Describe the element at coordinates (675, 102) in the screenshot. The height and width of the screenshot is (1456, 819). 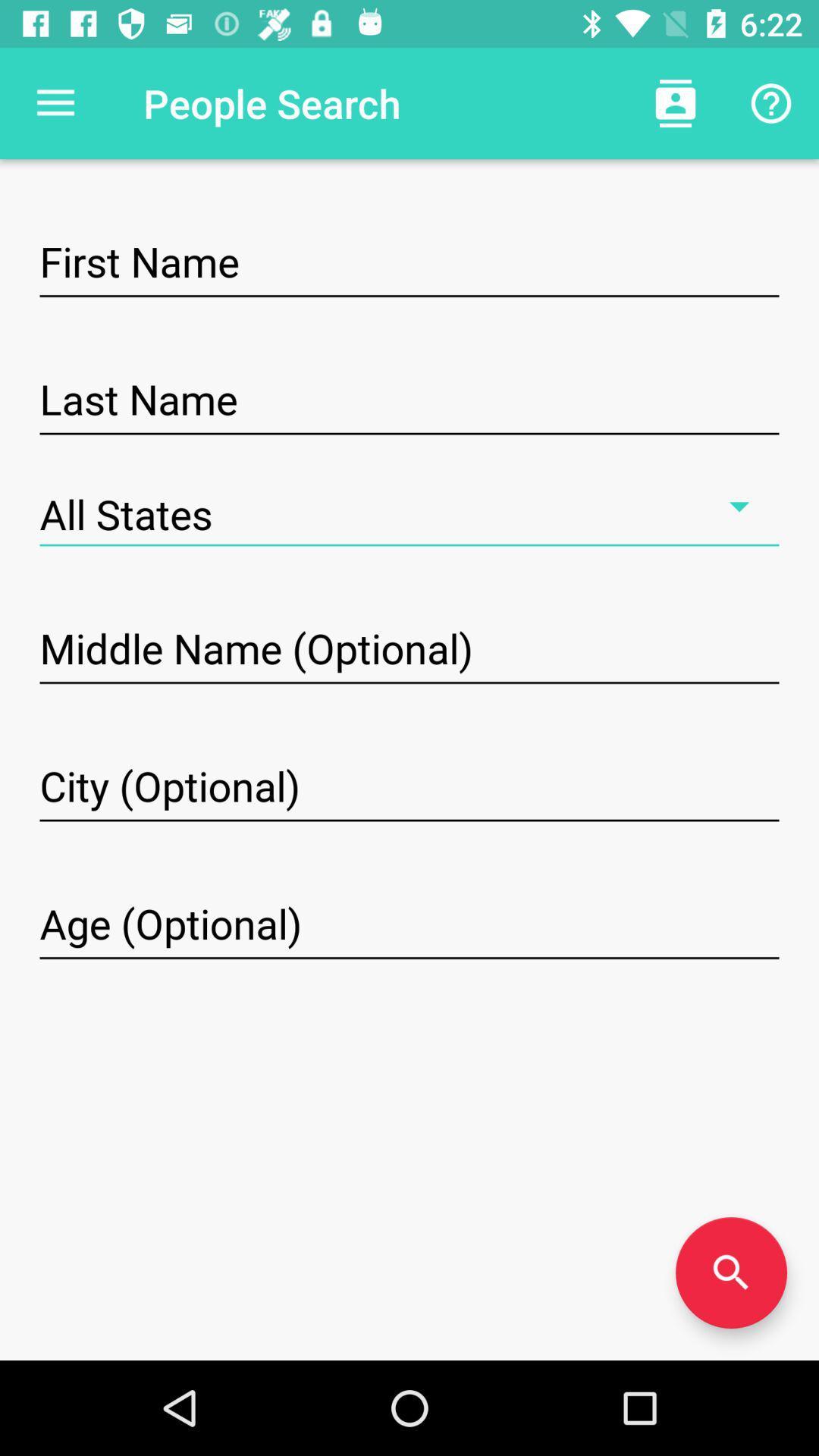
I see `the icon next to the people search icon` at that location.